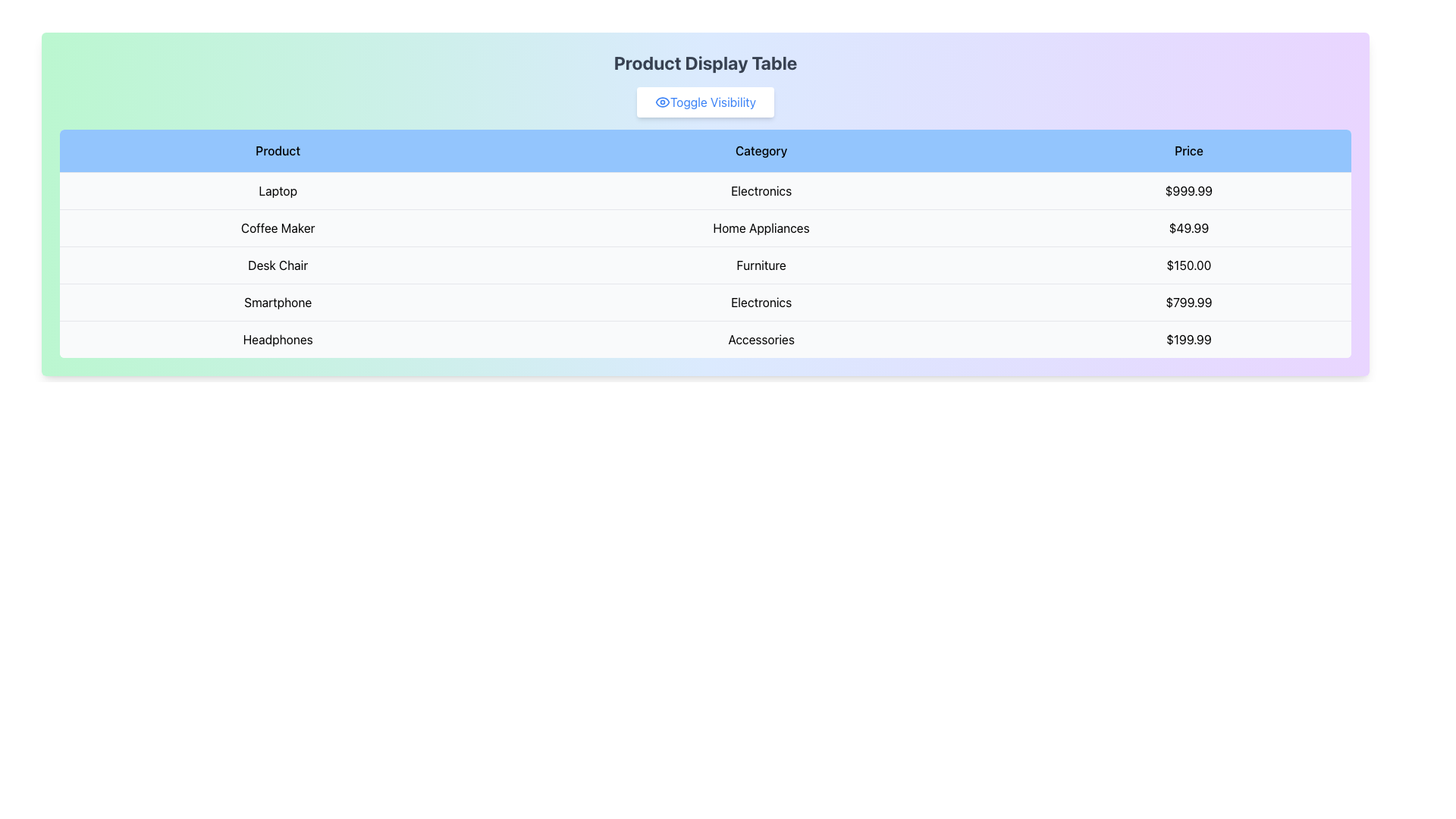 This screenshot has width=1456, height=819. I want to click on the 'Coffee Maker' text label which is located in the second row under the 'Product' header of a table-like structure, so click(278, 227).